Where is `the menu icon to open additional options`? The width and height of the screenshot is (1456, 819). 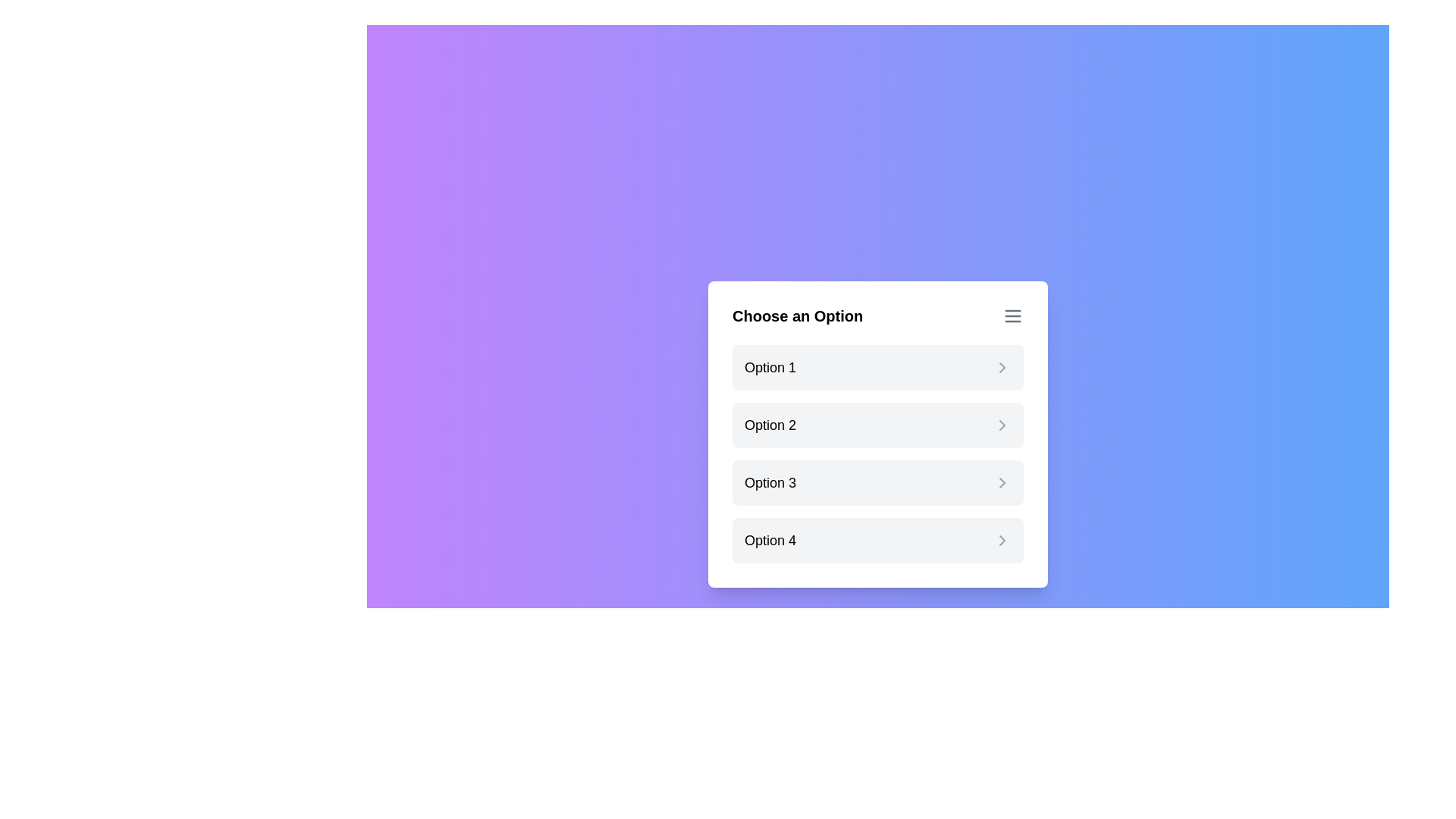
the menu icon to open additional options is located at coordinates (1012, 315).